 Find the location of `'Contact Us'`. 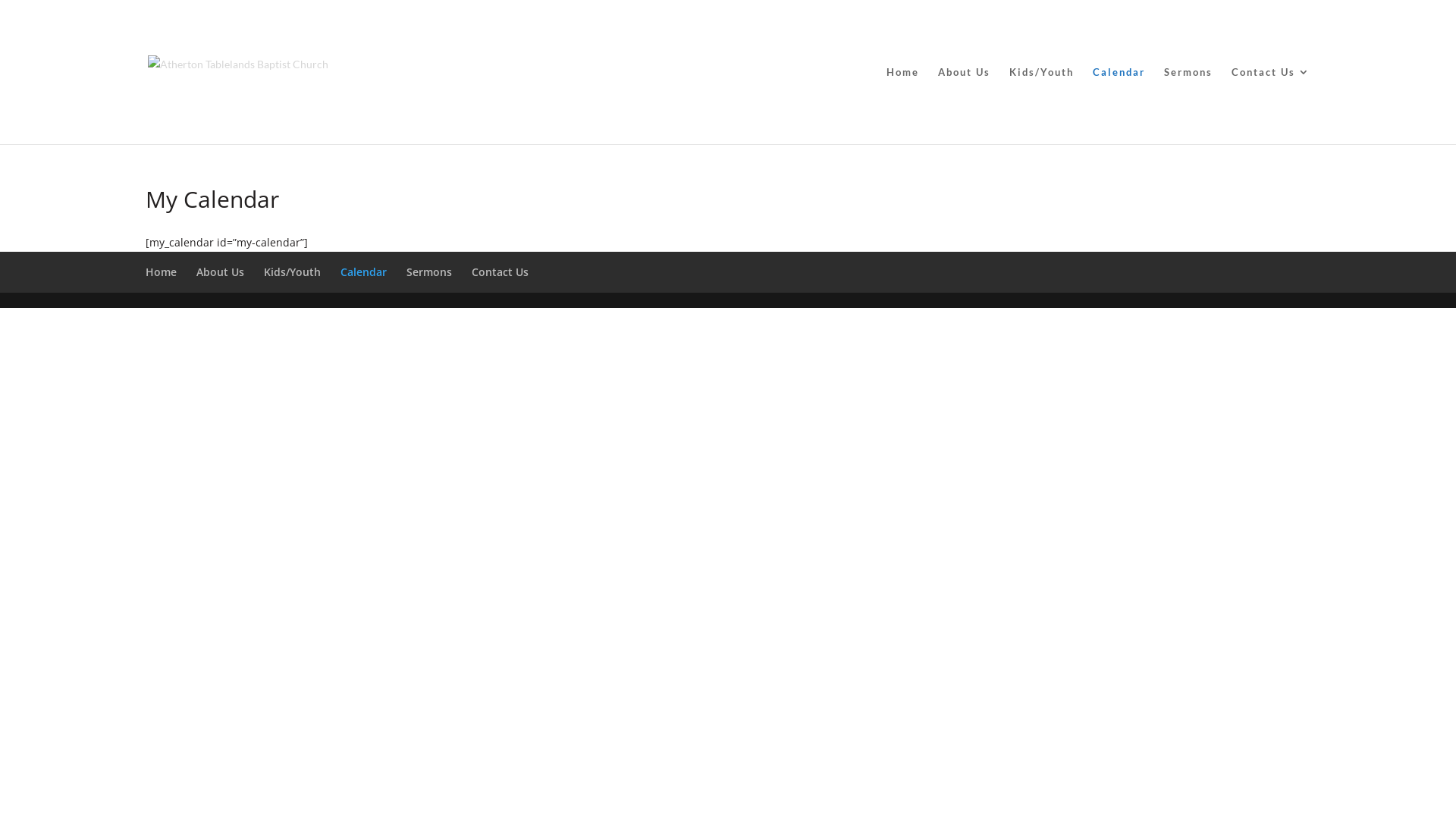

'Contact Us' is located at coordinates (1270, 104).